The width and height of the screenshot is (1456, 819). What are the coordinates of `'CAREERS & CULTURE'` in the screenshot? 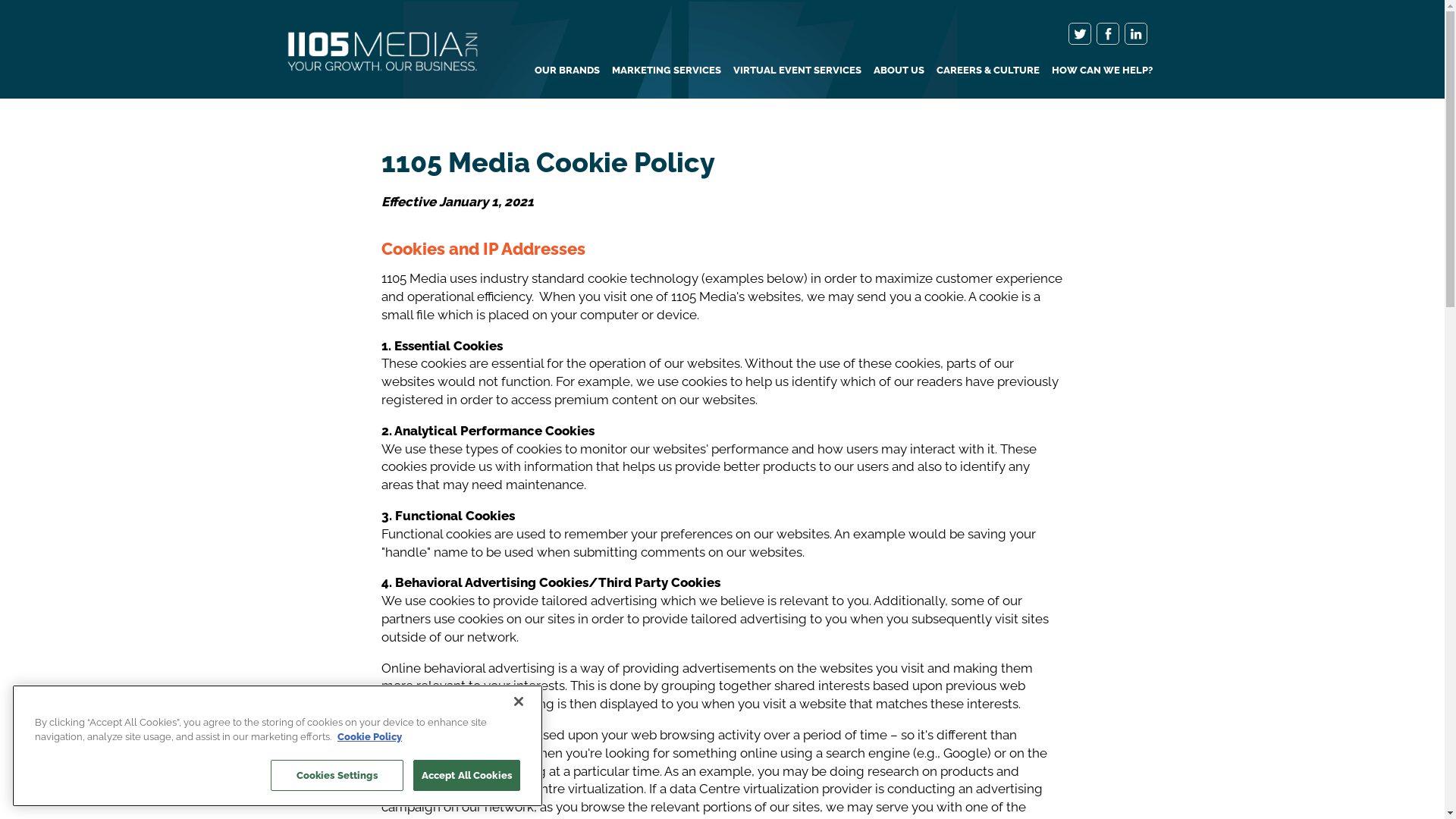 It's located at (987, 70).